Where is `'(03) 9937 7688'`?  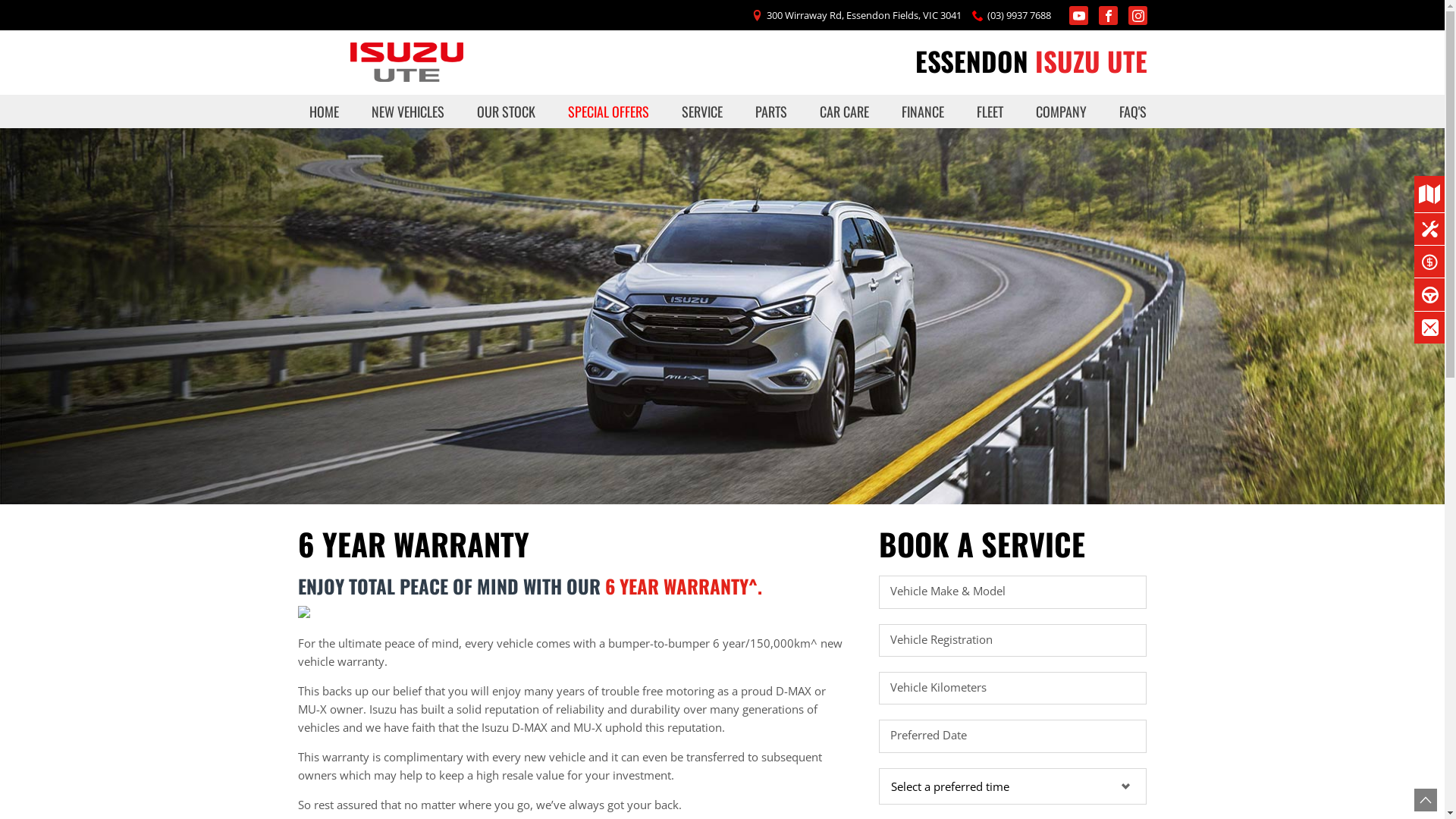 '(03) 9937 7688' is located at coordinates (1019, 15).